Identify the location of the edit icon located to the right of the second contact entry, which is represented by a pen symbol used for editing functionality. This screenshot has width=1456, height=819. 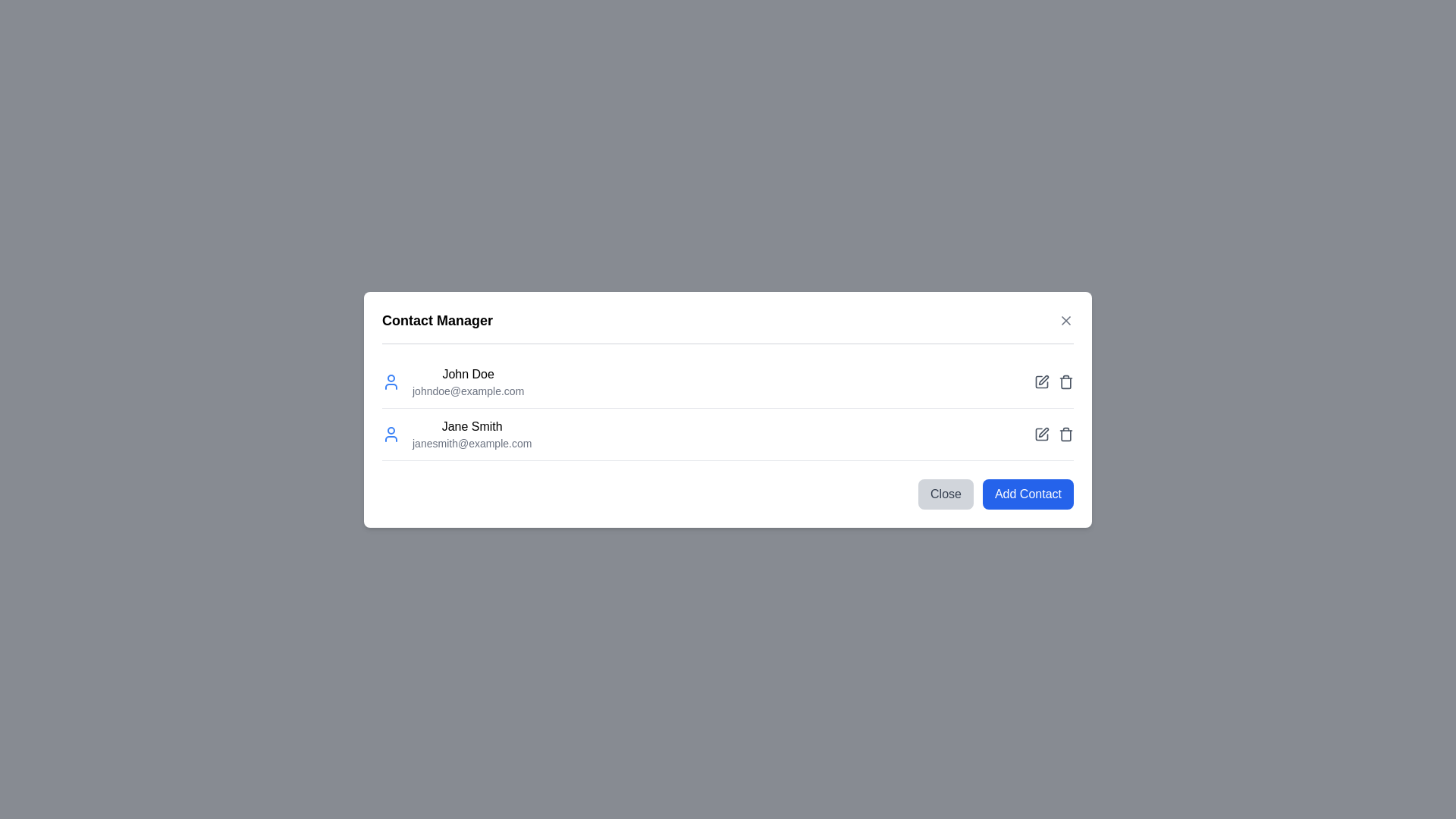
(1043, 379).